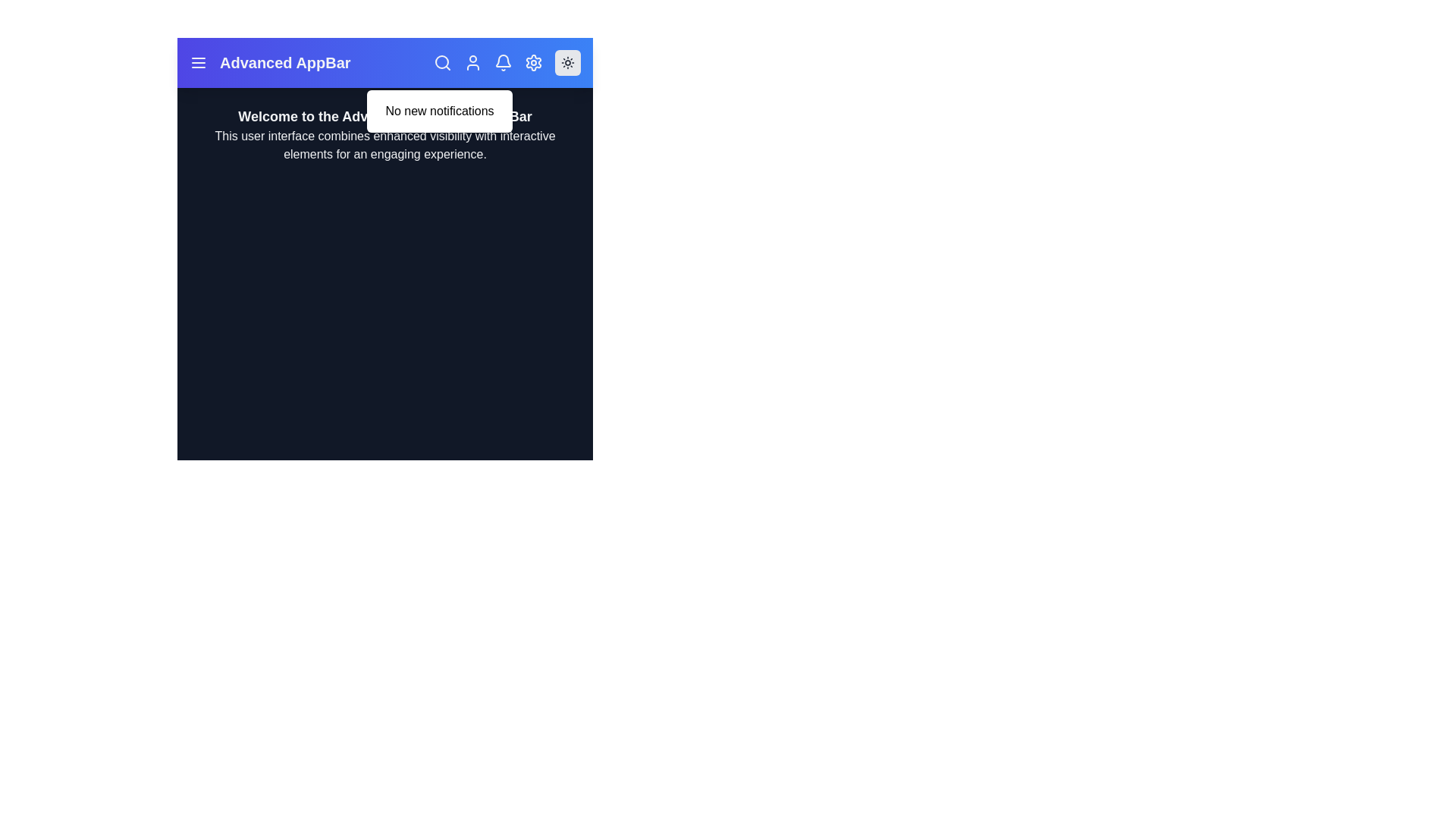 The height and width of the screenshot is (819, 1456). Describe the element at coordinates (284, 62) in the screenshot. I see `the title labeled 'Advanced AppBar' in the AppBar` at that location.